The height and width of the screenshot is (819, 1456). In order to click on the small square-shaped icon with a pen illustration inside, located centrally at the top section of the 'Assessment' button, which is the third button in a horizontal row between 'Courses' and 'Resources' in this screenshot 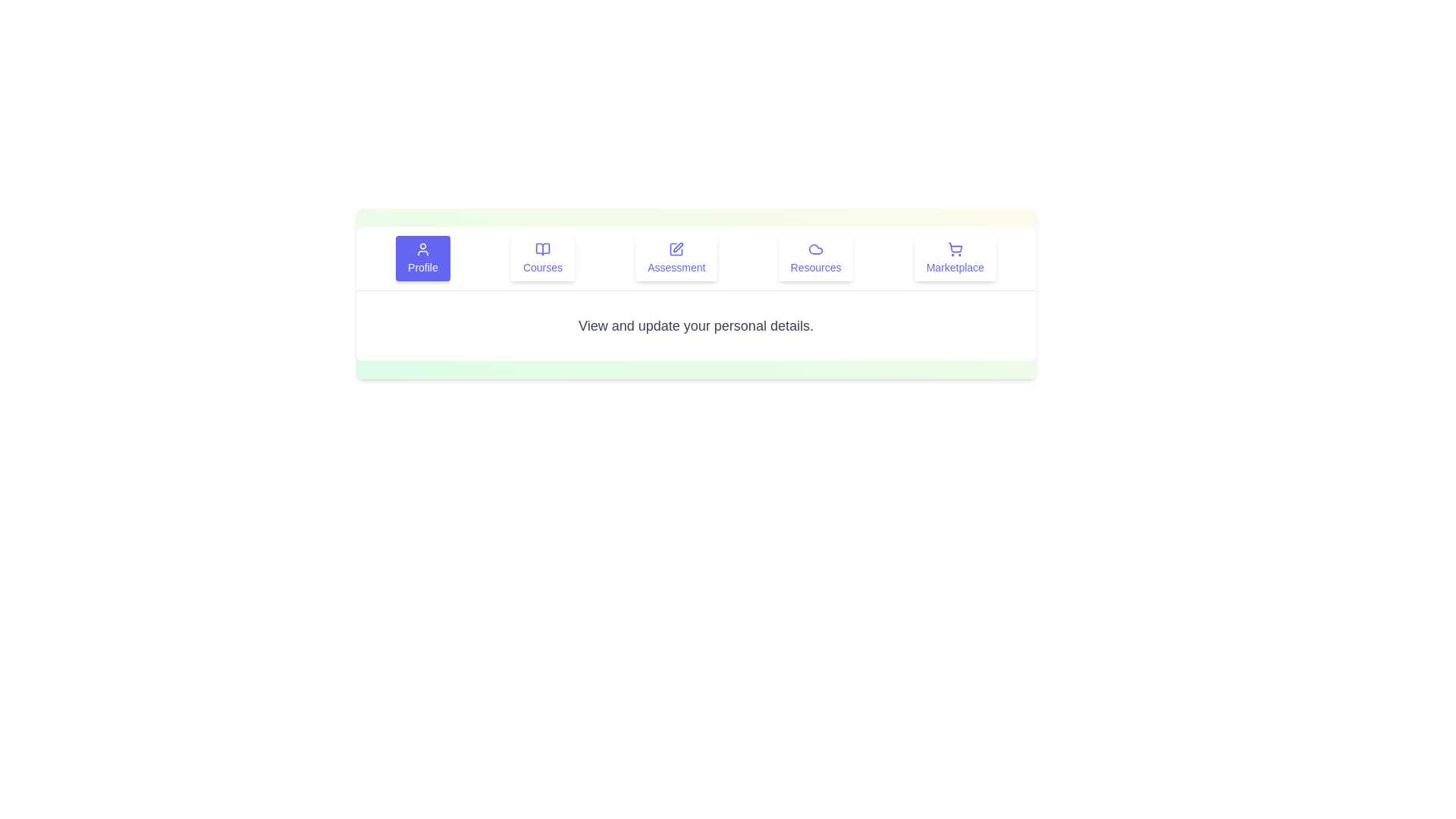, I will do `click(676, 248)`.